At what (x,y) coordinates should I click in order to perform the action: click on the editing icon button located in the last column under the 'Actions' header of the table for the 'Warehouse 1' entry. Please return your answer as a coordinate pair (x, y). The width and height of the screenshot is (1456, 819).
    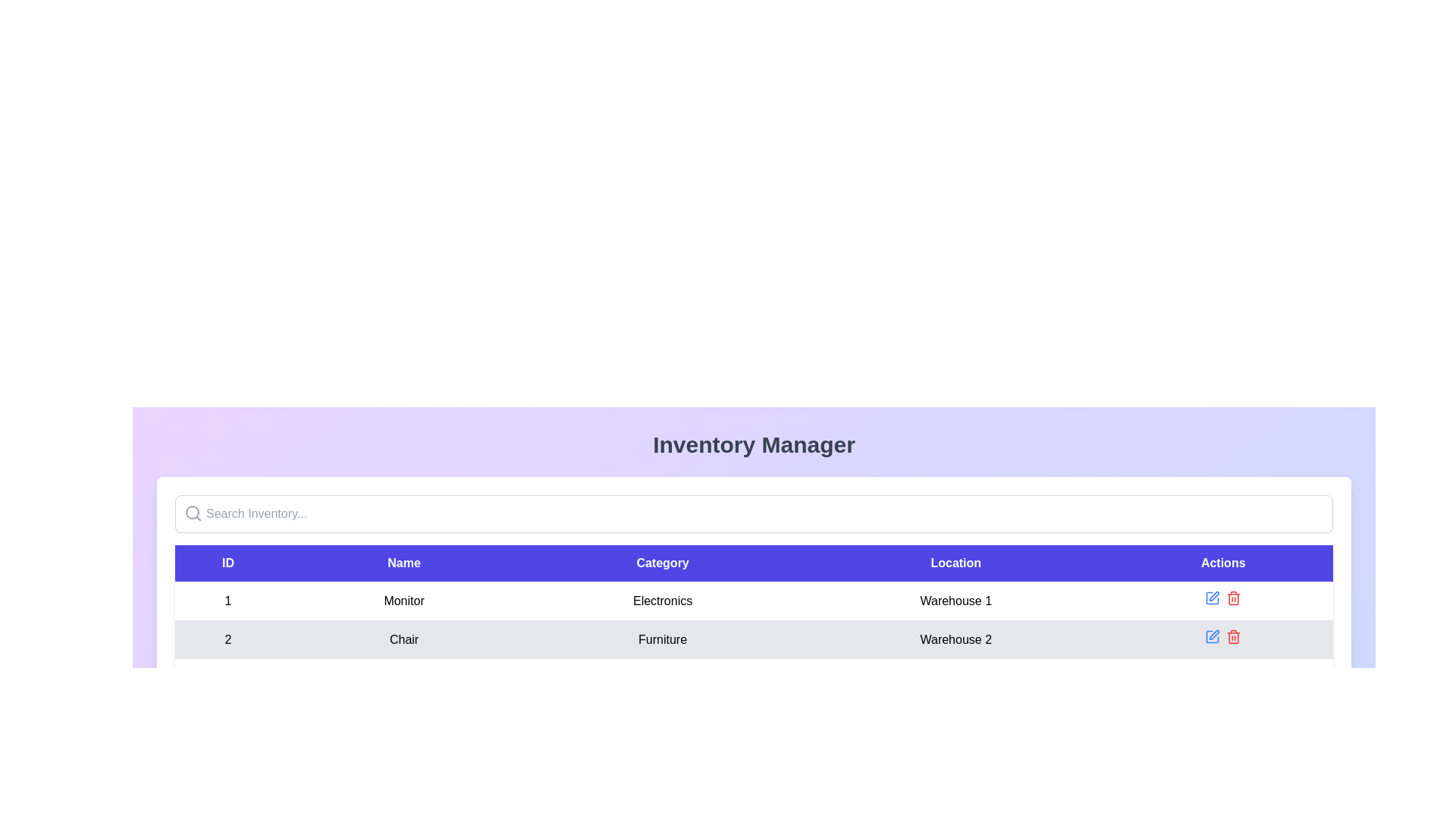
    Looking at the image, I should click on (1212, 598).